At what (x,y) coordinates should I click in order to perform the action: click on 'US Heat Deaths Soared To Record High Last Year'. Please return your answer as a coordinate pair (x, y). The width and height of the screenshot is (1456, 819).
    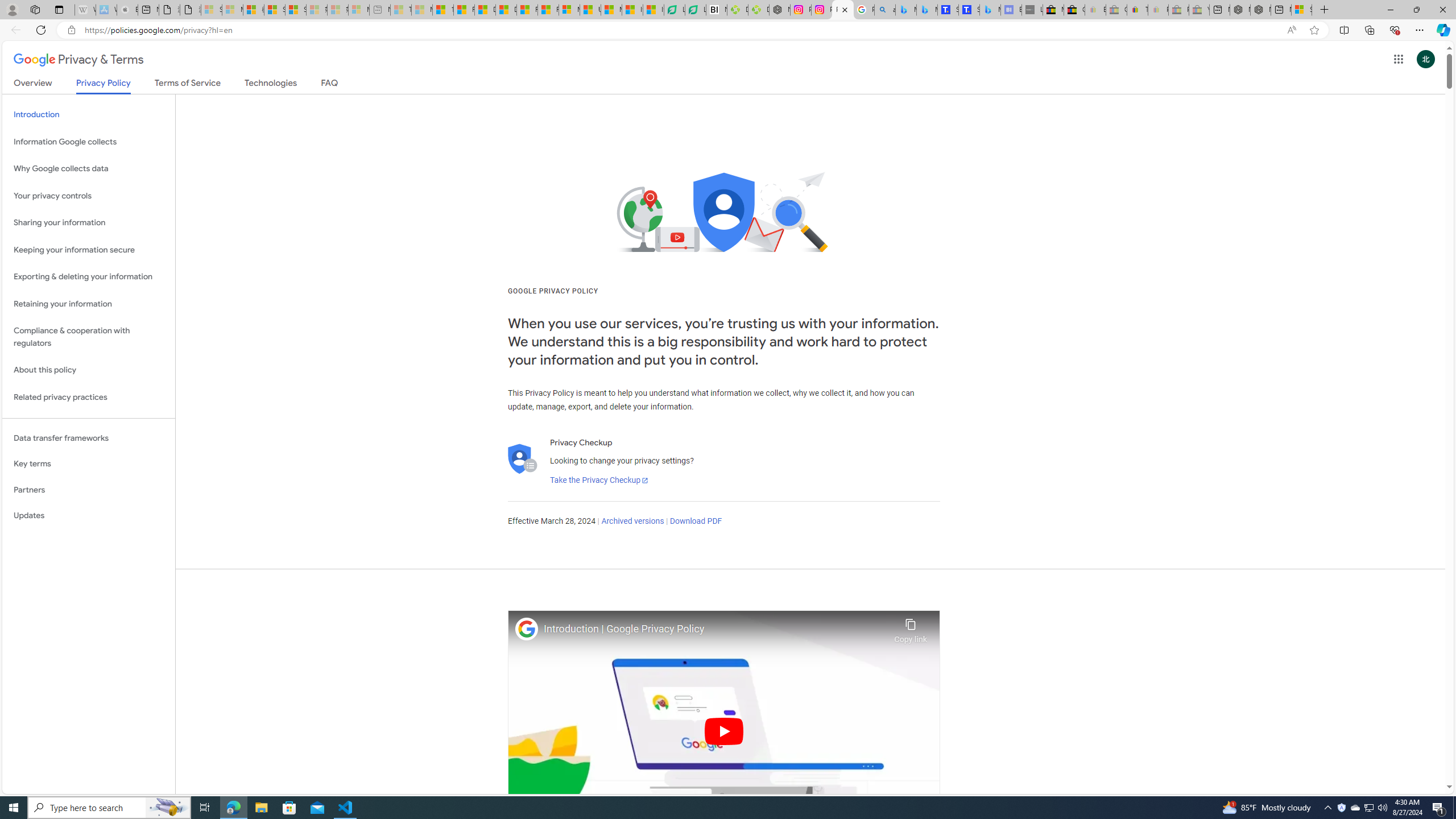
    Looking at the image, I should click on (590, 9).